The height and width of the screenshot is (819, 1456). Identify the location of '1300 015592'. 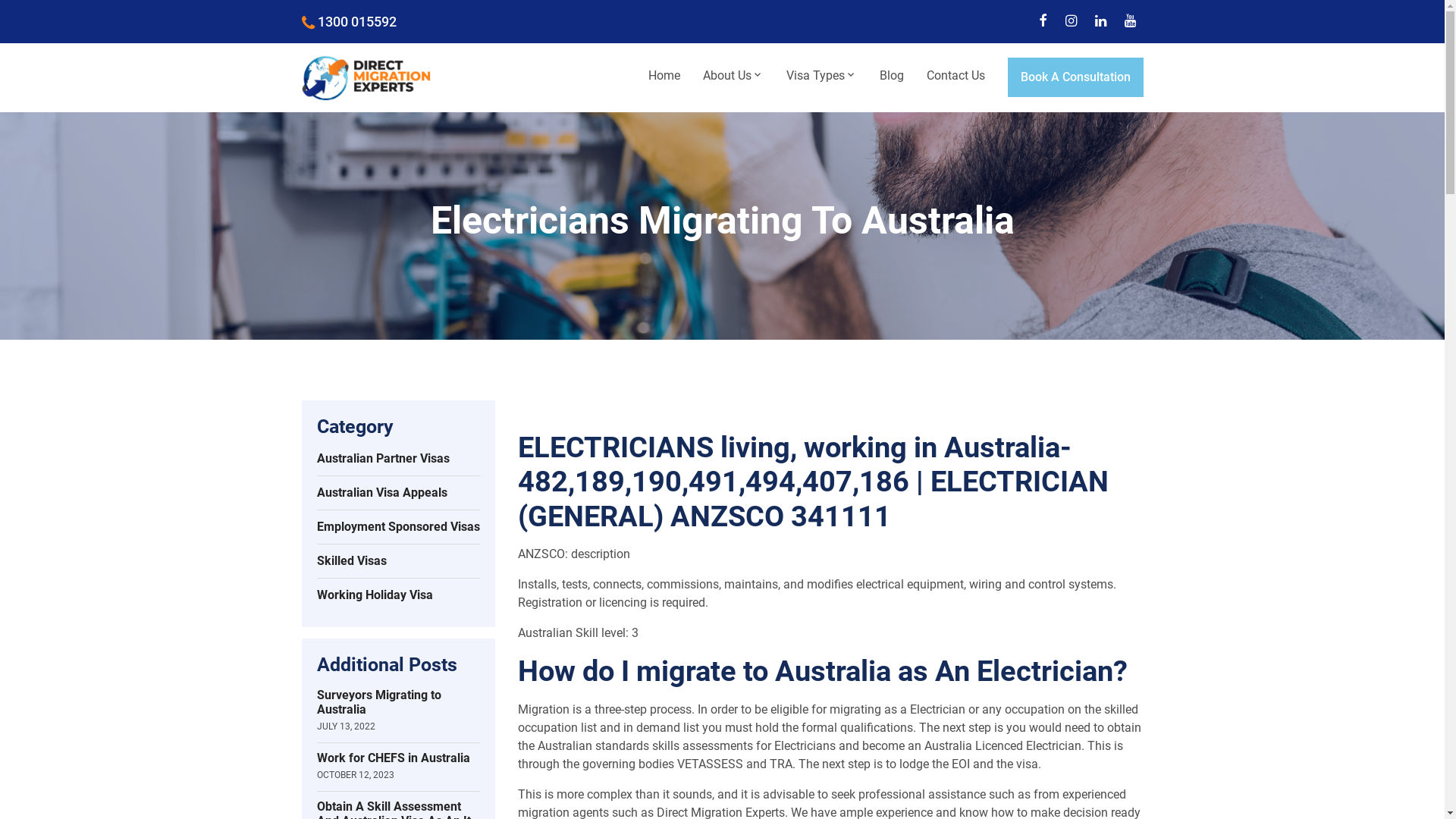
(302, 21).